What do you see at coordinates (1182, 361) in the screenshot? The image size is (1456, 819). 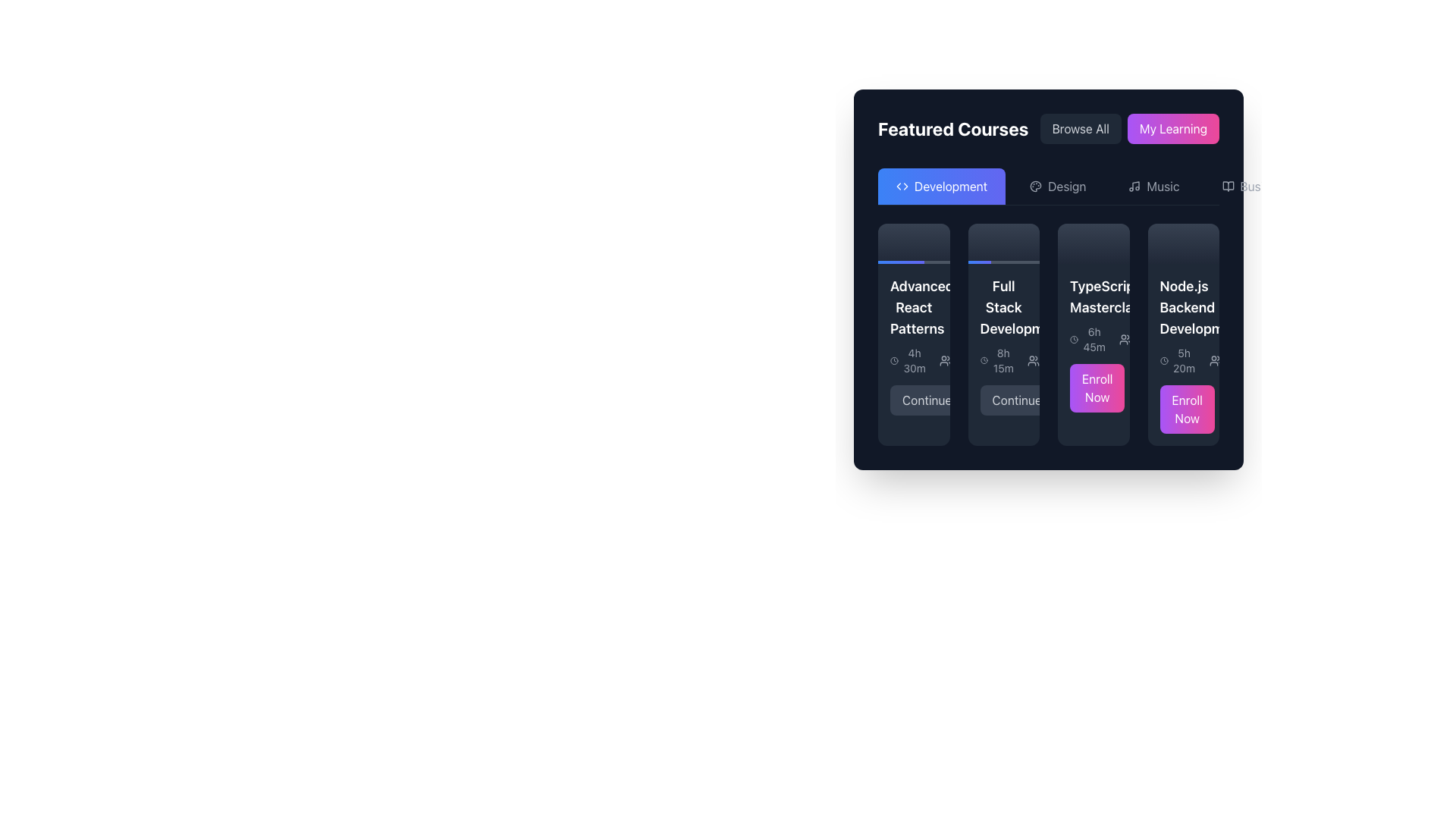 I see `the Text and Icon Group displaying the duration '5h 20m' with a clock icon, located above the 'Enroll Now' button` at bounding box center [1182, 361].